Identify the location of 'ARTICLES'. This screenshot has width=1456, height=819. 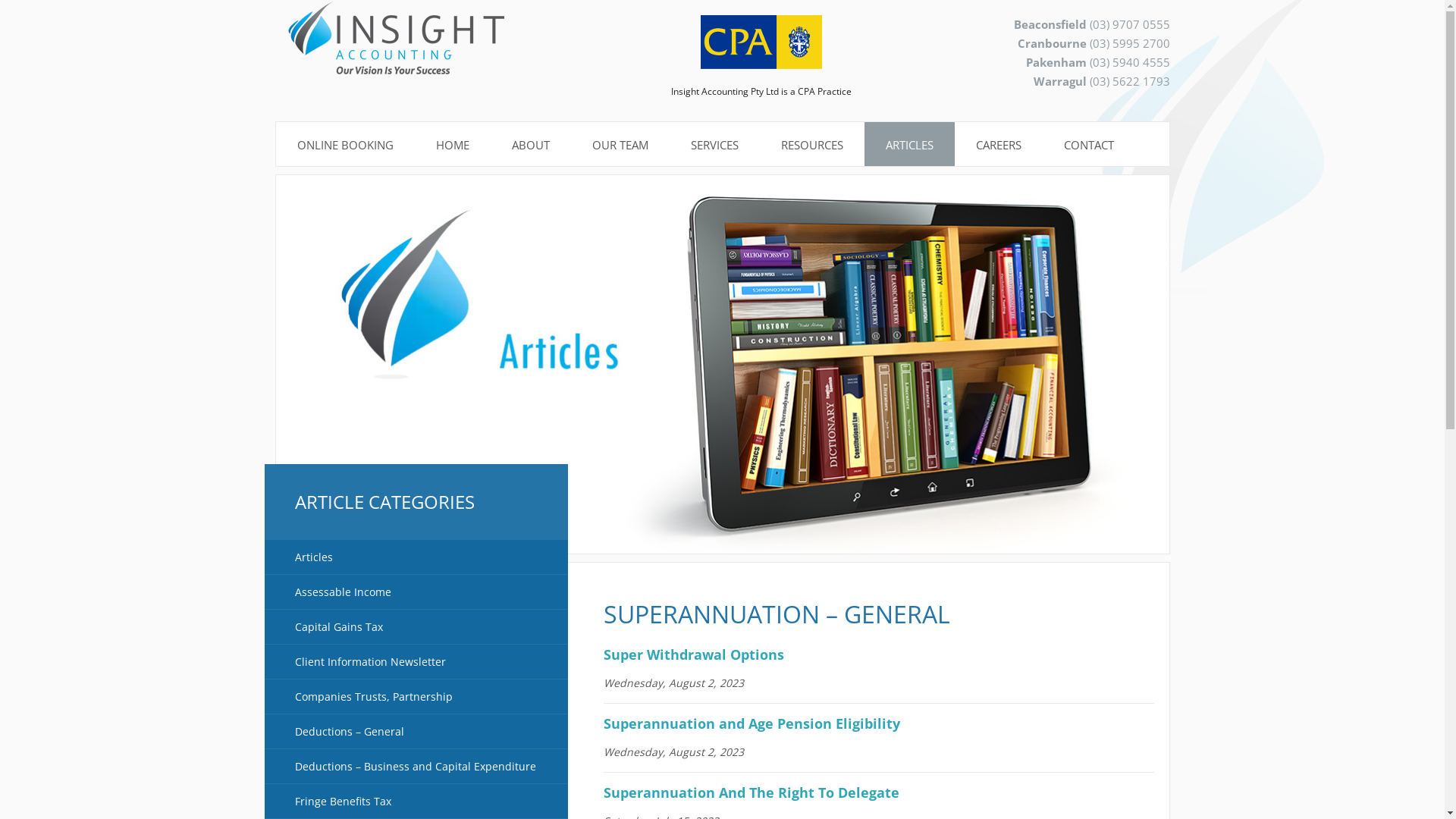
(909, 145).